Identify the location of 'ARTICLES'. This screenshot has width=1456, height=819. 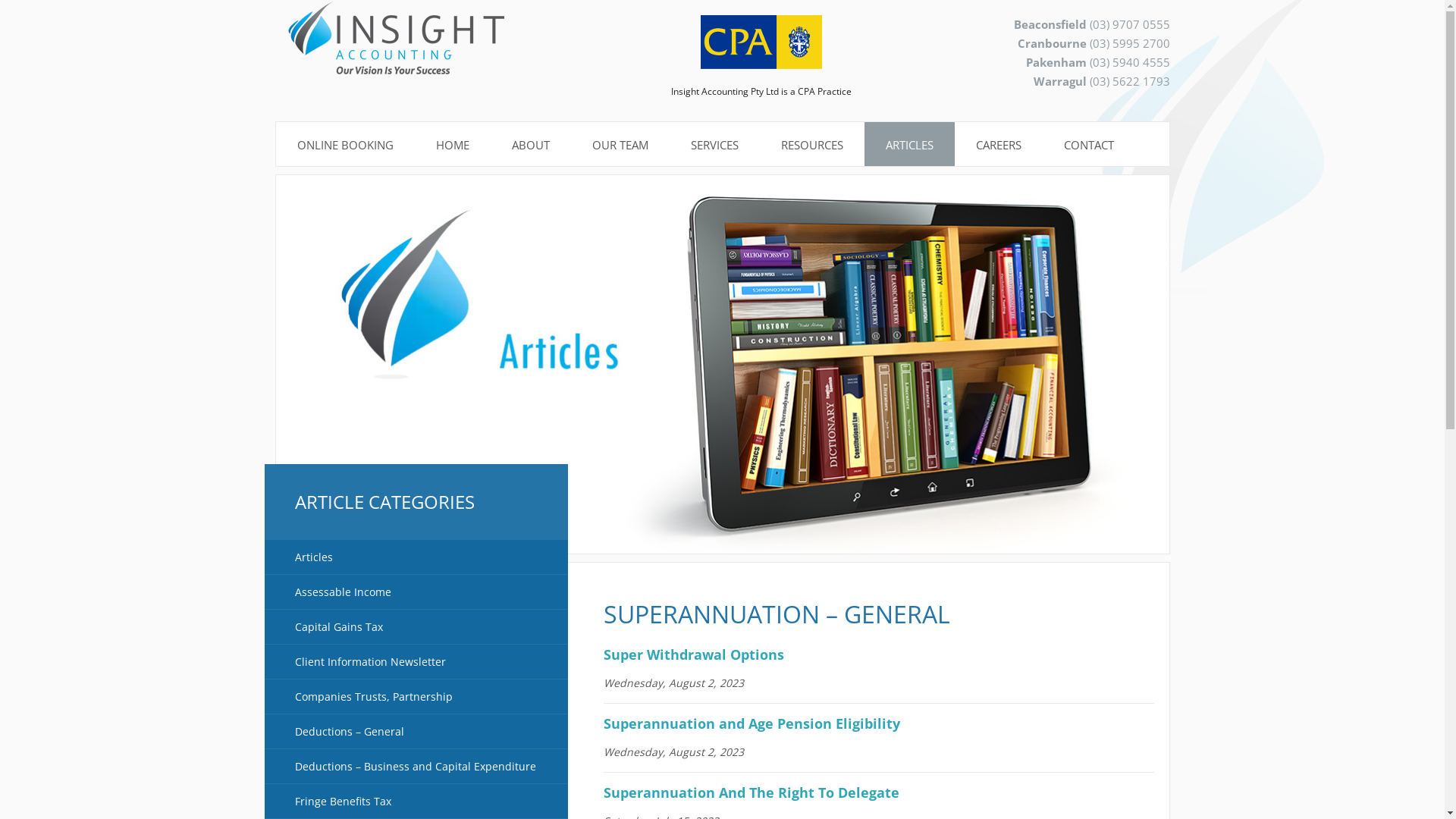
(909, 145).